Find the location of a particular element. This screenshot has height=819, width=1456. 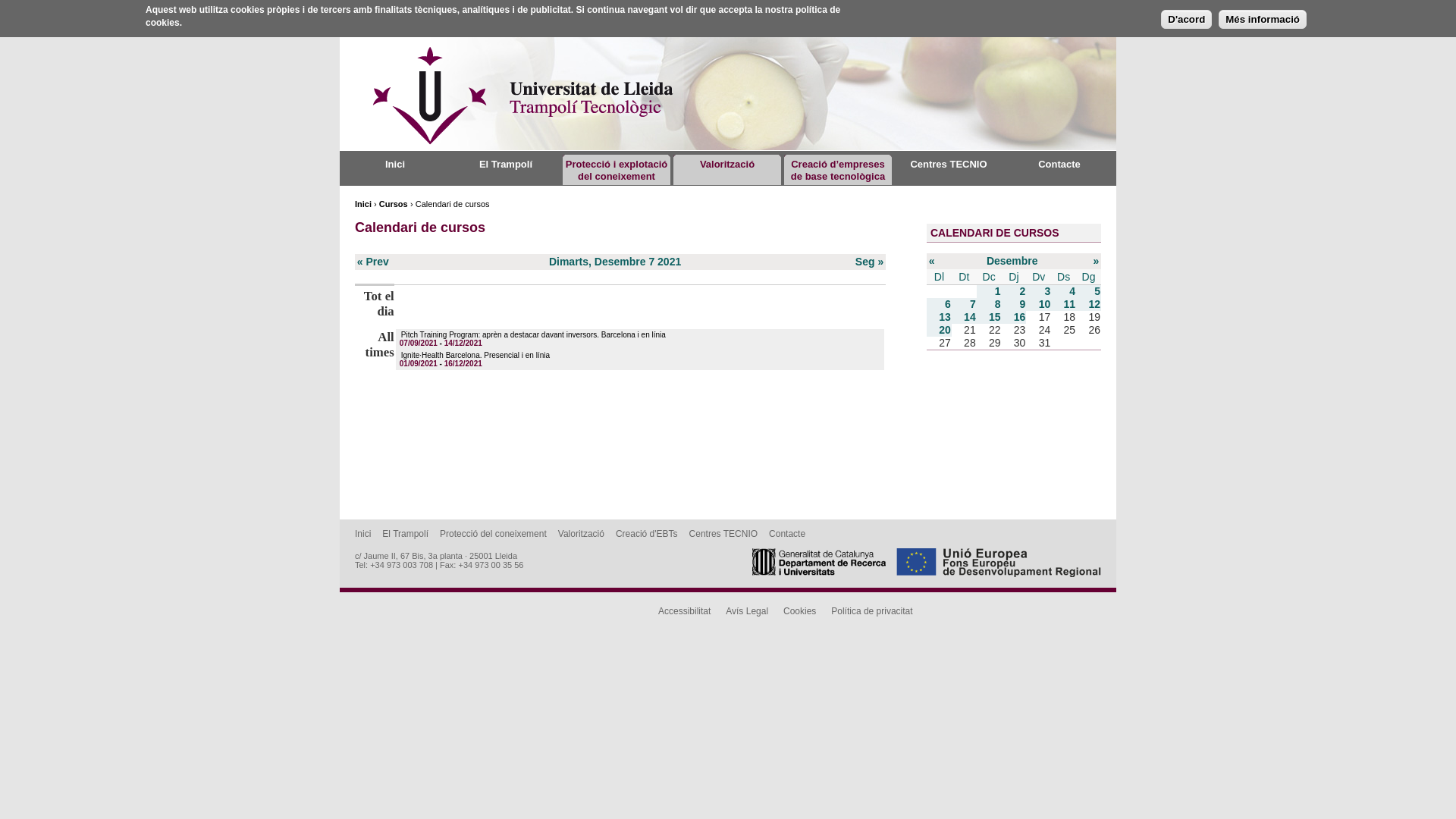

'3' is located at coordinates (1043, 291).